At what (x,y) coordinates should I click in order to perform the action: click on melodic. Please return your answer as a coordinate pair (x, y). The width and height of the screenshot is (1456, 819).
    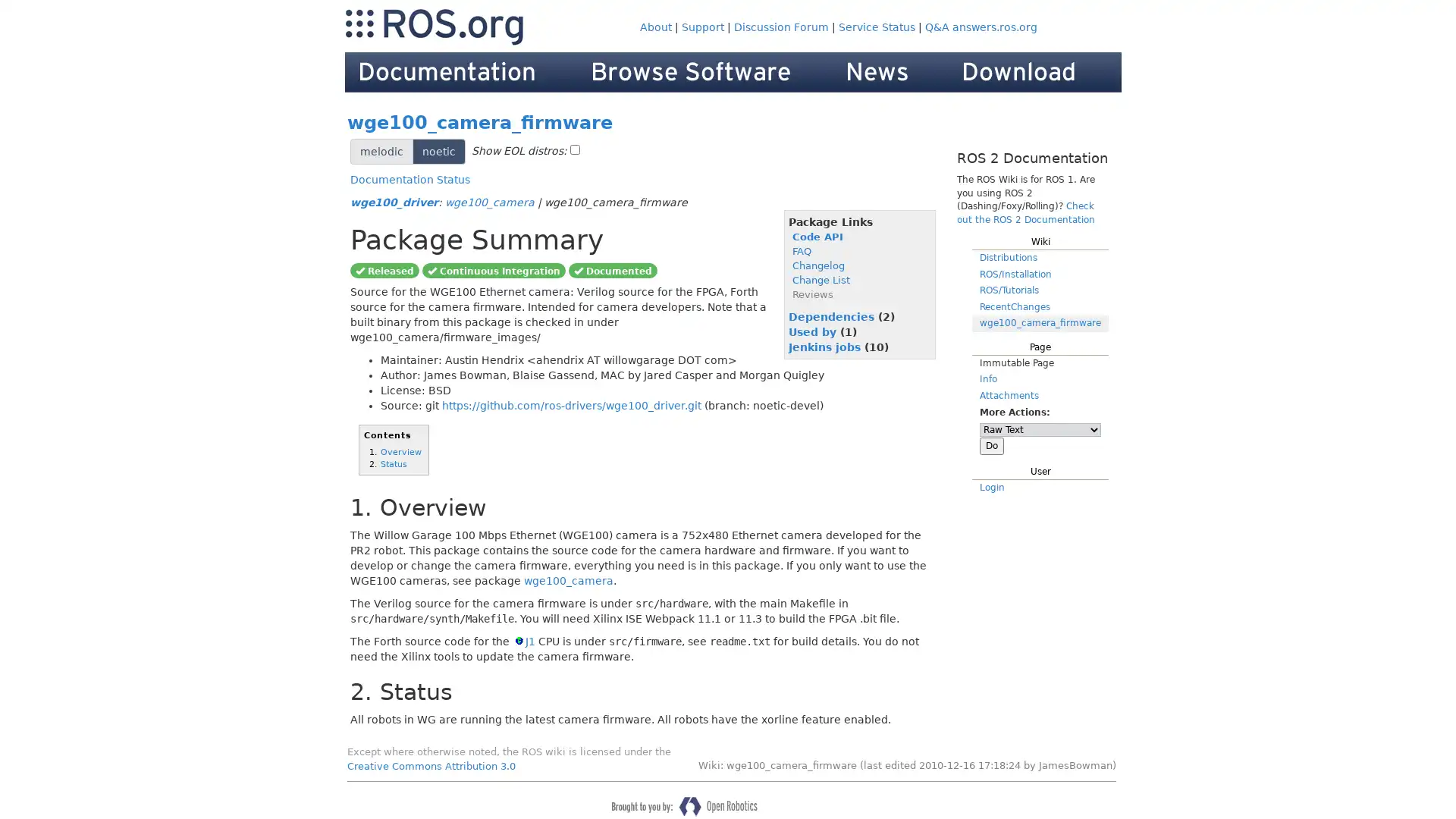
    Looking at the image, I should click on (381, 152).